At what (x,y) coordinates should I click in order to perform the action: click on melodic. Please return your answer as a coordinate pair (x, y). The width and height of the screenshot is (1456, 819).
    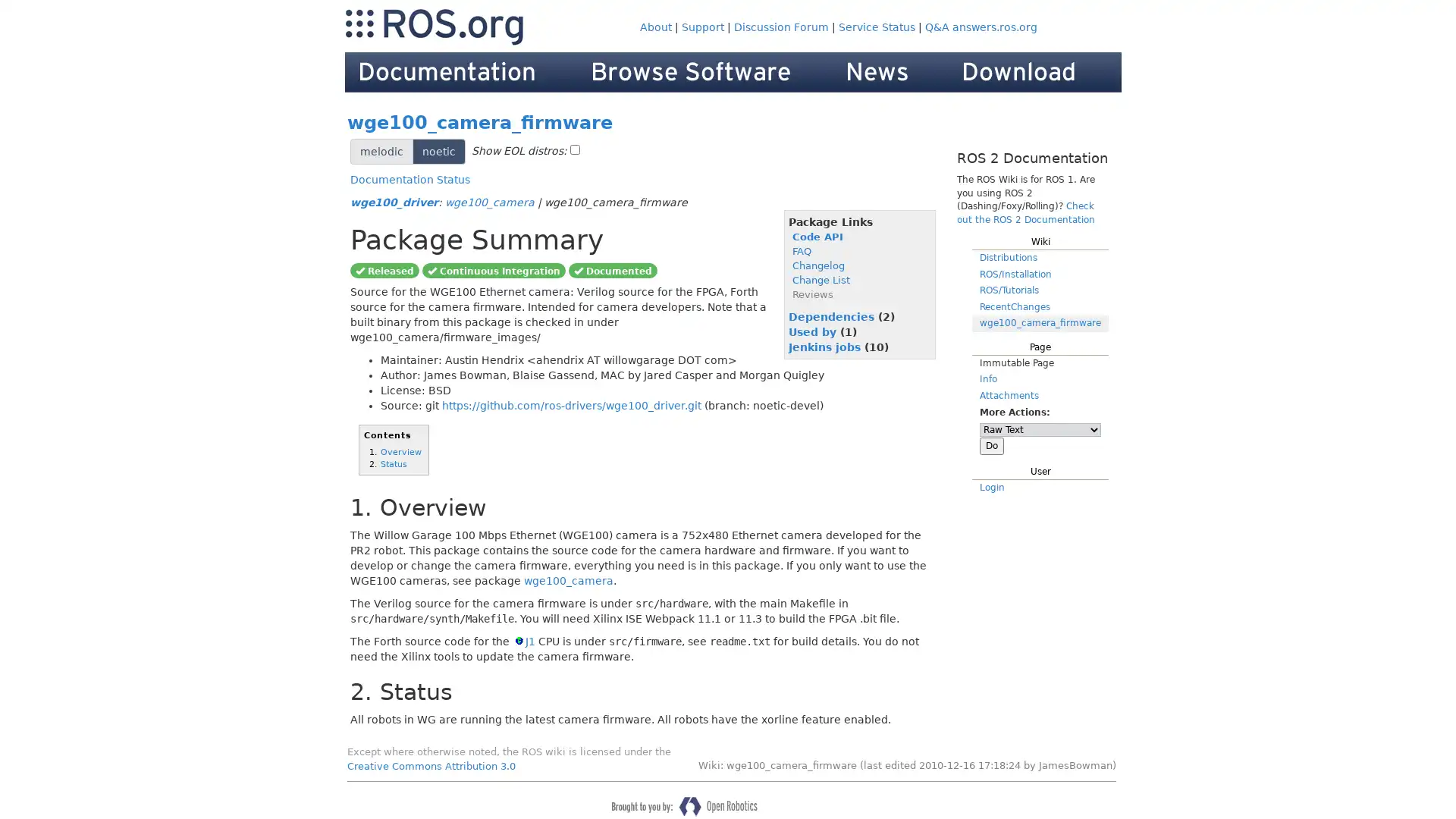
    Looking at the image, I should click on (381, 152).